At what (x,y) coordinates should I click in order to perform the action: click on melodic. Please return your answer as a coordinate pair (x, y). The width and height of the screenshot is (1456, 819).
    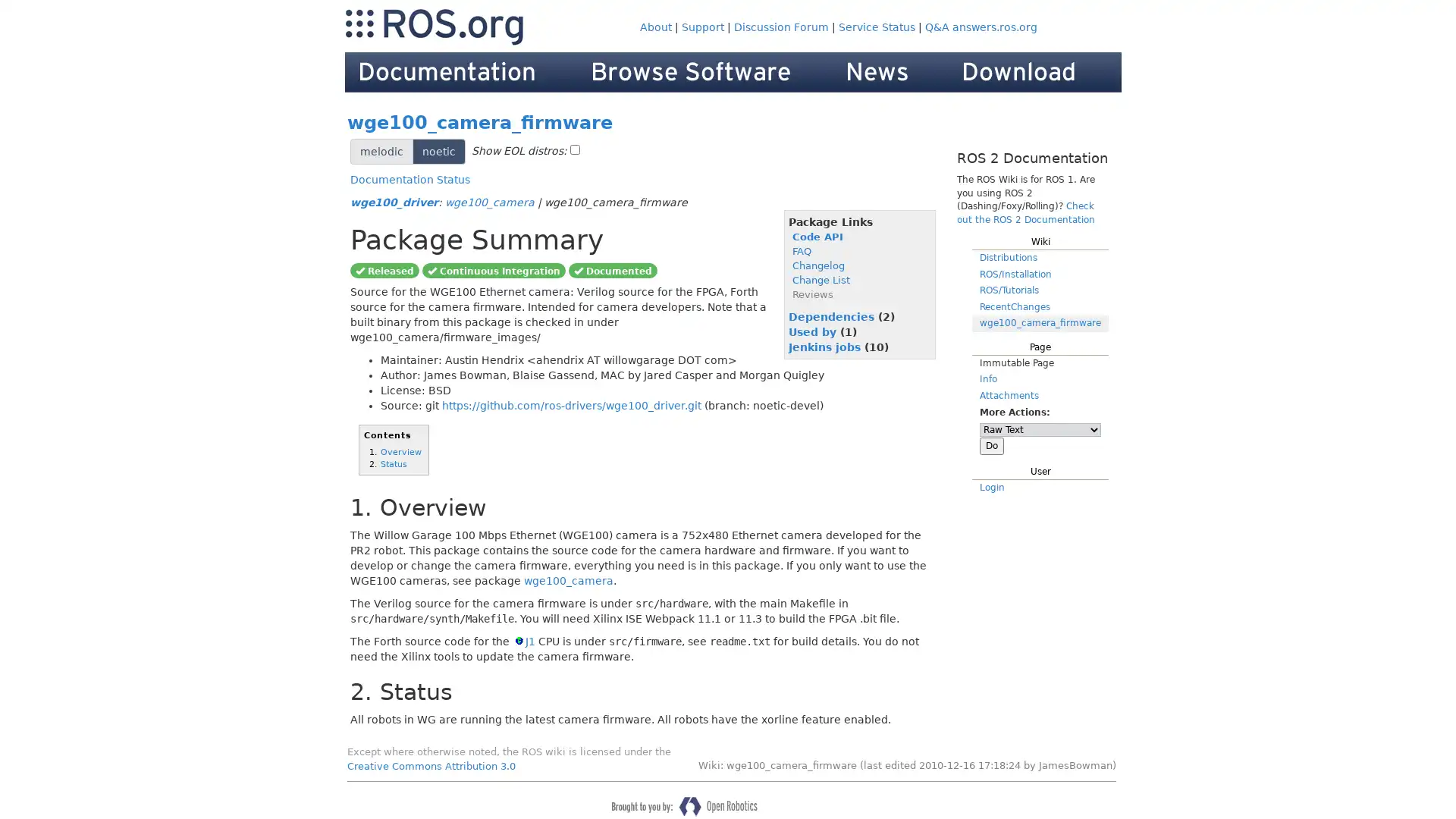
    Looking at the image, I should click on (381, 152).